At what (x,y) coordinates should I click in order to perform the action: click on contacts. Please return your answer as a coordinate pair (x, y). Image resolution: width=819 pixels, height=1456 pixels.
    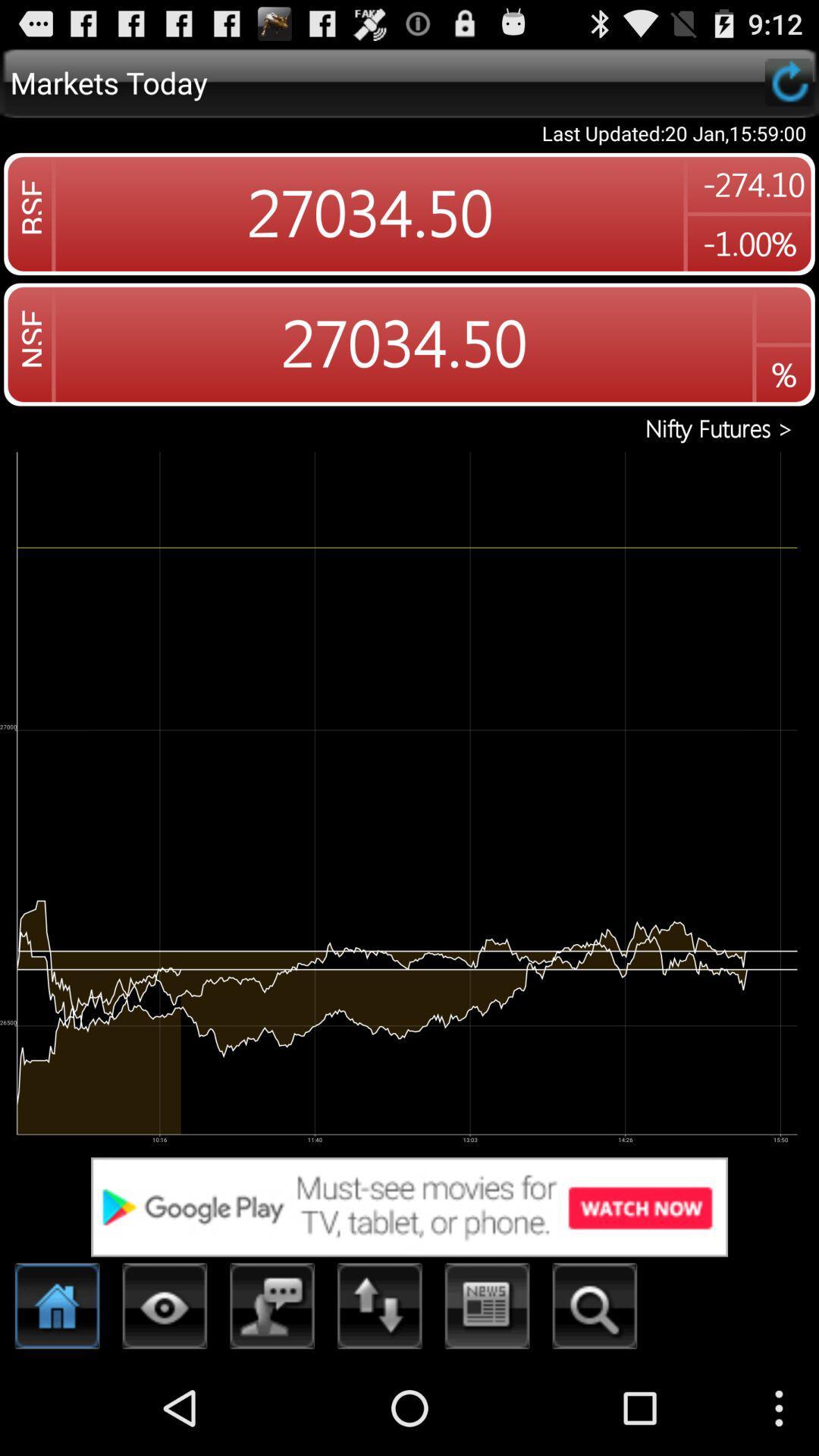
    Looking at the image, I should click on (271, 1310).